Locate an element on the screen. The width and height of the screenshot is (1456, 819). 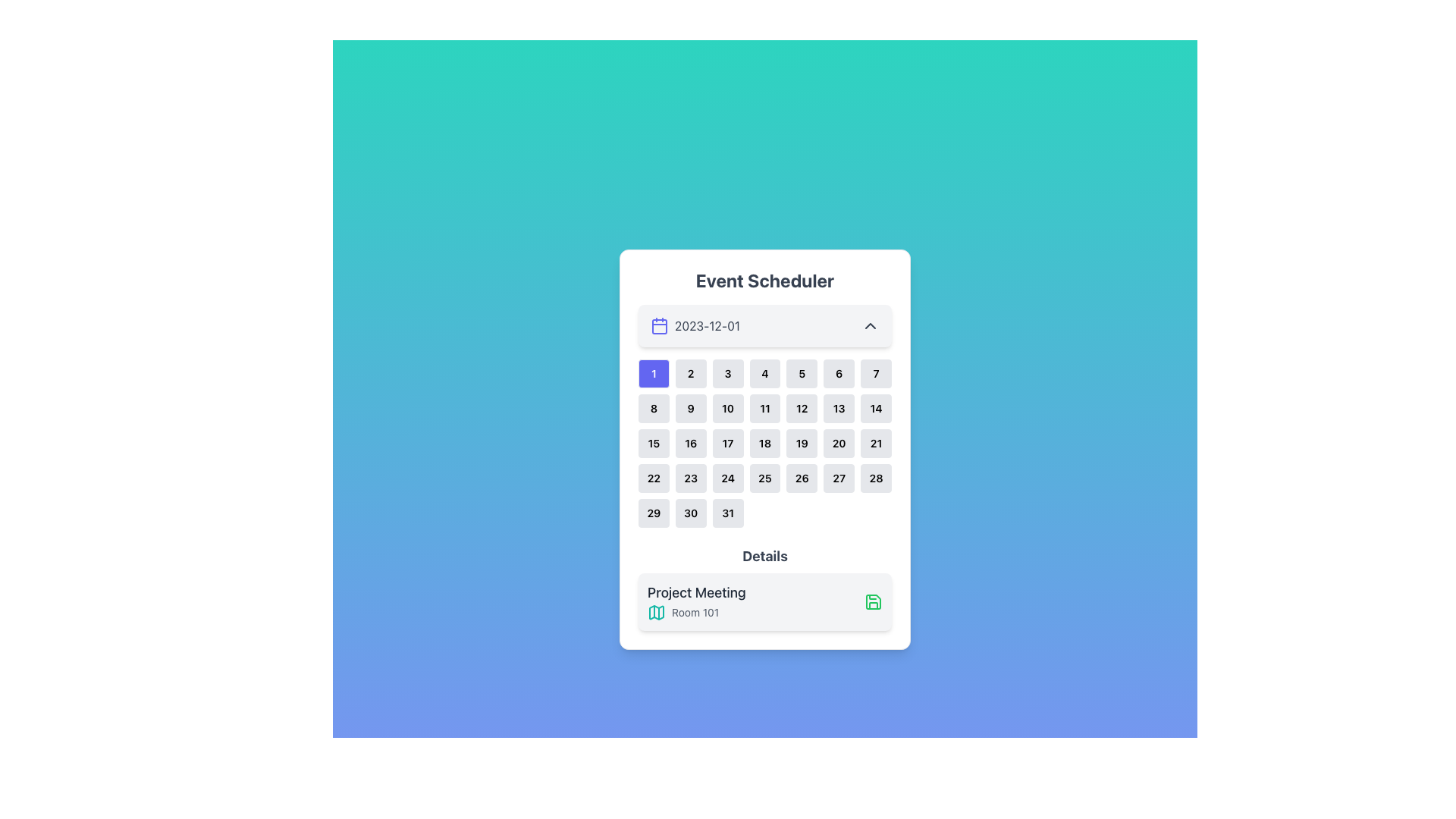
the button representing the date '16' in the calendar interface is located at coordinates (690, 444).